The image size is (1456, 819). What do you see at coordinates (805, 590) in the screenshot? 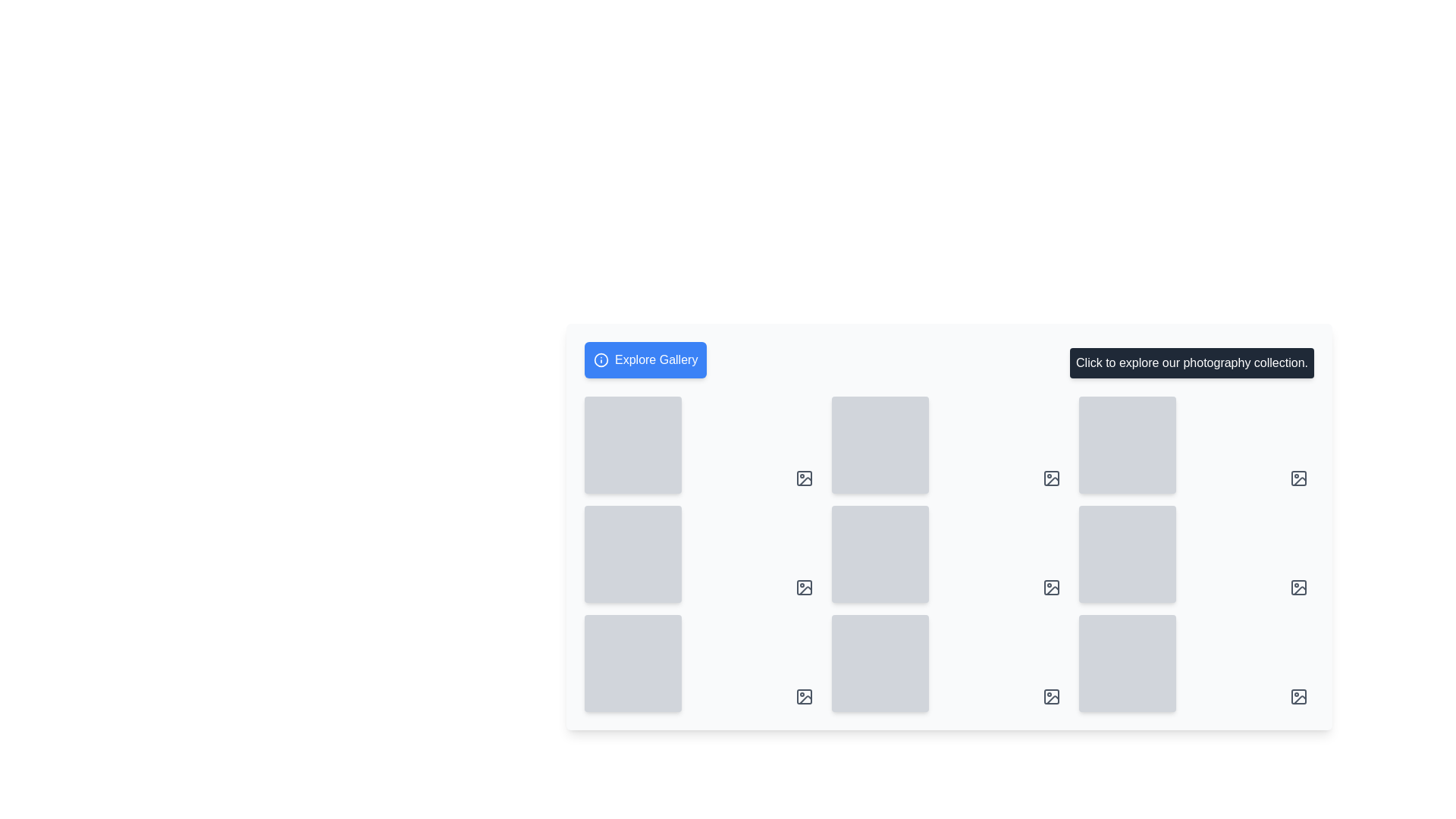
I see `the small monochromatic icon that resembles a photo placeholder, located centrally within its bounding box in the bottom-right of the gallery layout` at bounding box center [805, 590].